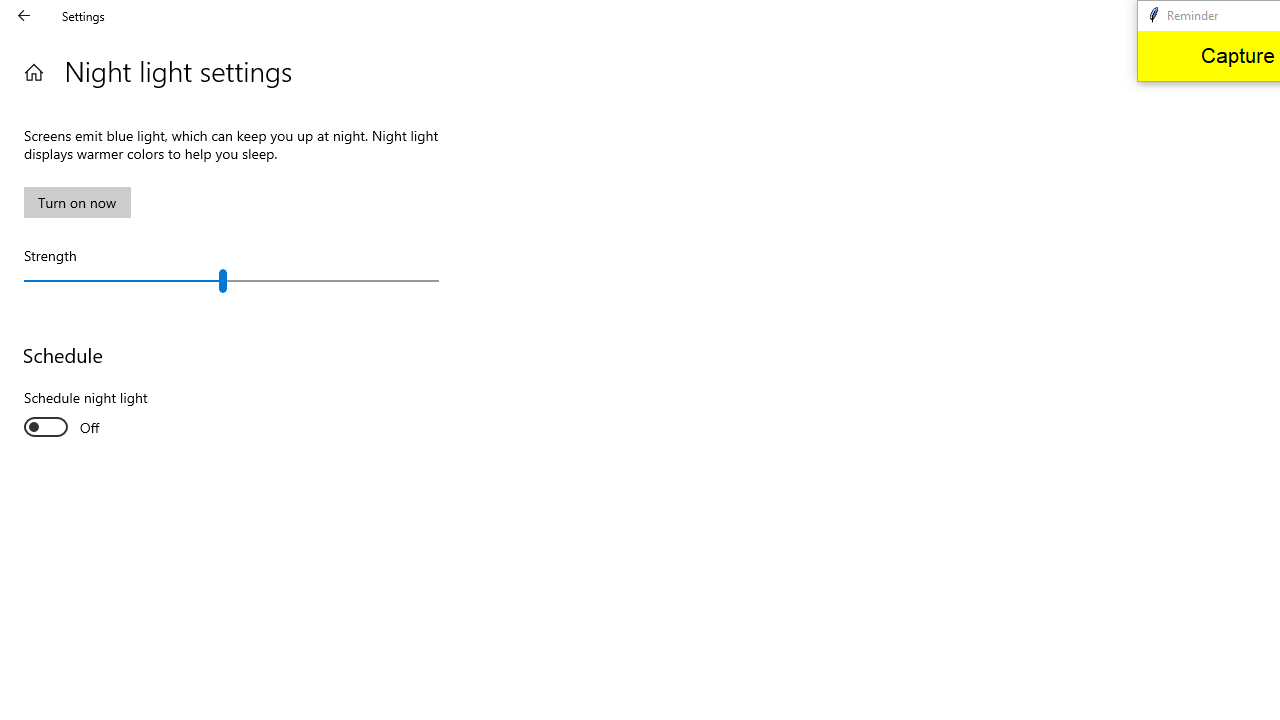 This screenshot has width=1280, height=720. What do you see at coordinates (96, 414) in the screenshot?
I see `'Schedule night light'` at bounding box center [96, 414].